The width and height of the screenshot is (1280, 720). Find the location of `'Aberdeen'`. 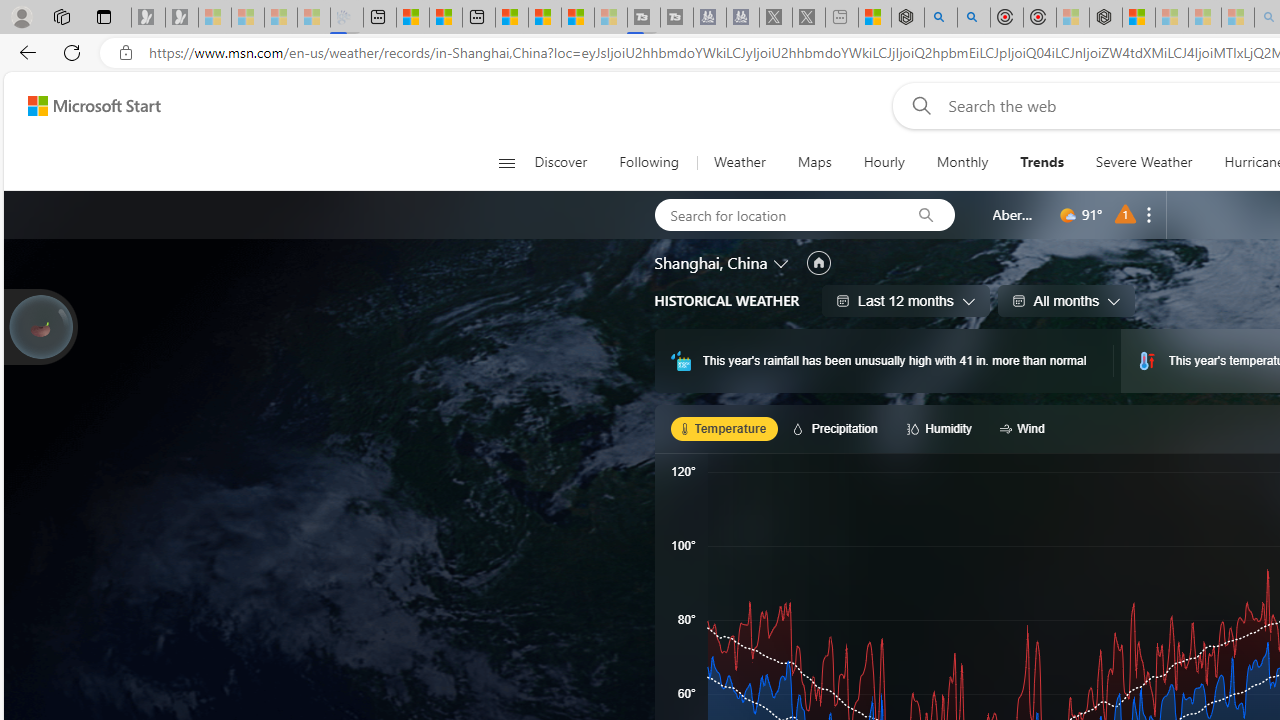

'Aberdeen' is located at coordinates (1014, 214).